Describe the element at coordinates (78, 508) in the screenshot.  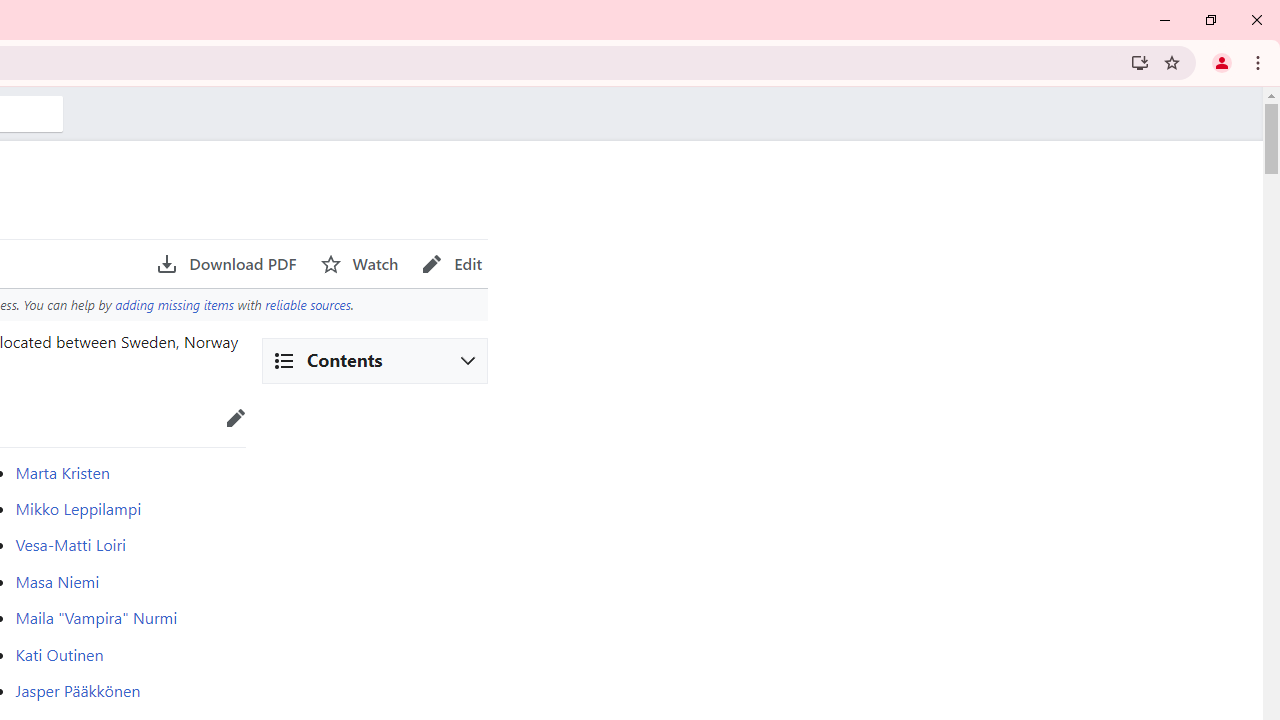
I see `'Mikko Leppilampi'` at that location.